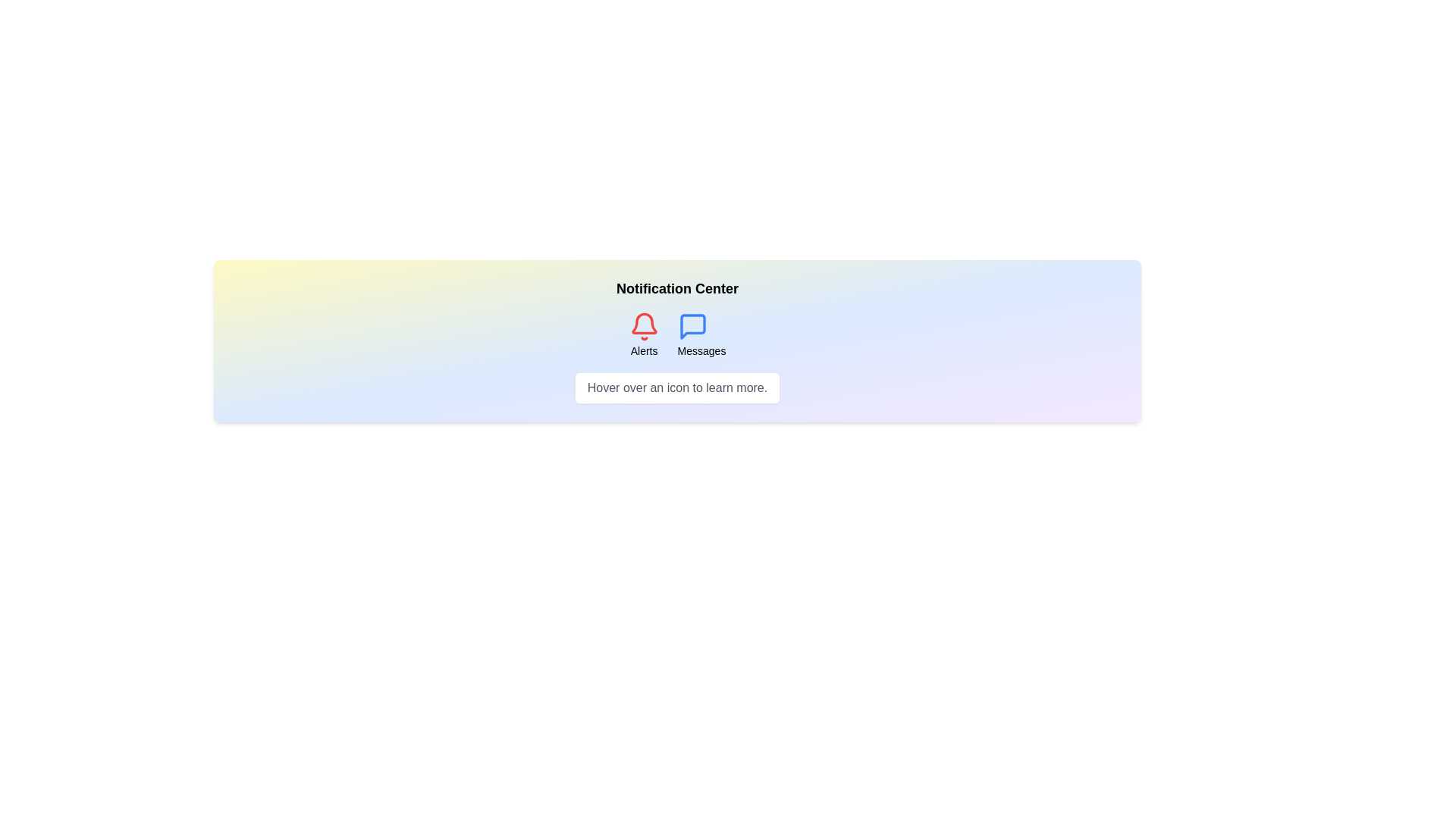 This screenshot has height=819, width=1456. I want to click on the notification icon located in the 'Alerts' section, positioned to the left of the 'Messages' section, so click(644, 326).